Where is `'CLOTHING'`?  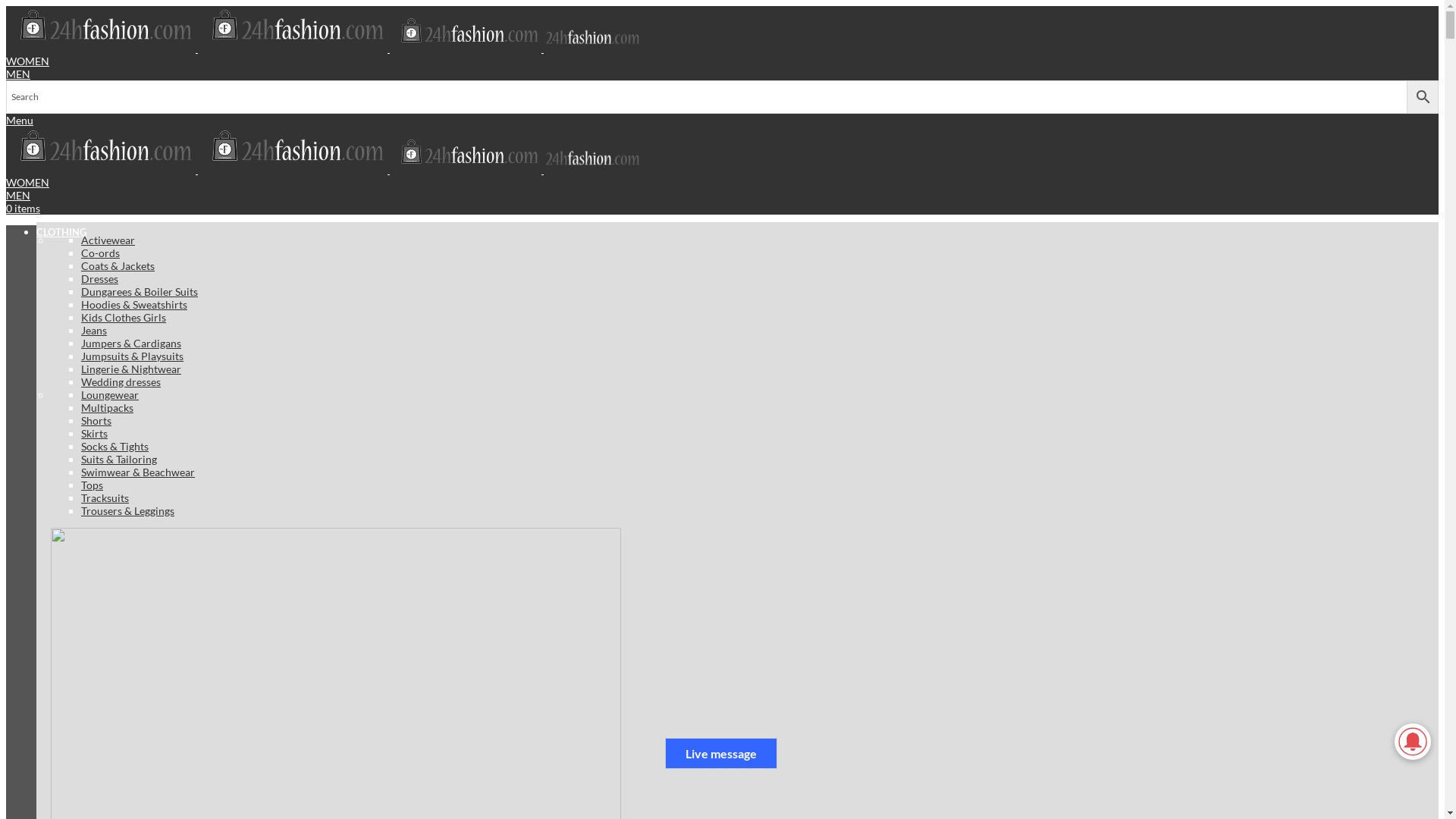 'CLOTHING' is located at coordinates (36, 231).